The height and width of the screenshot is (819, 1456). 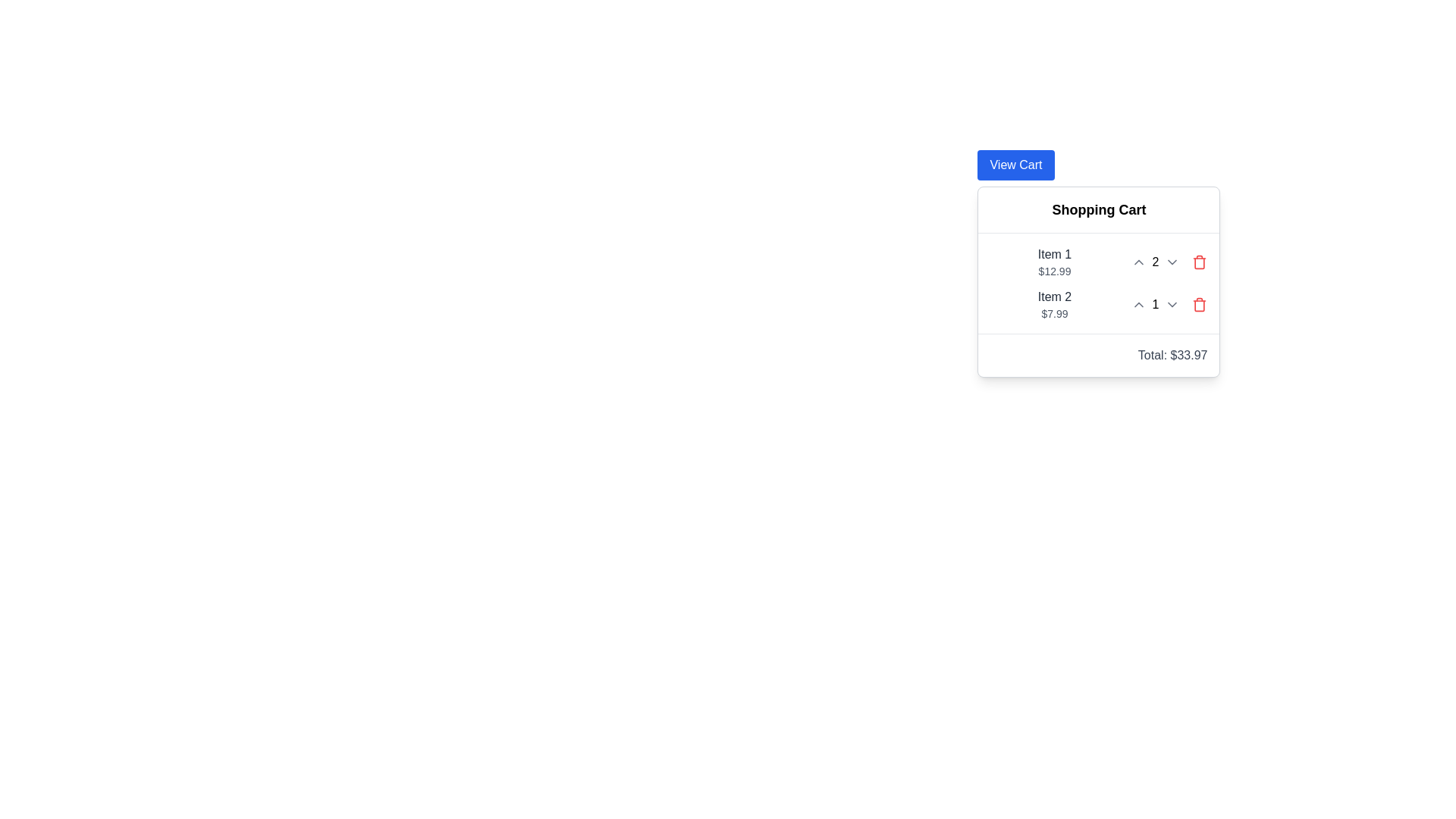 What do you see at coordinates (1099, 210) in the screenshot?
I see `bold text label 'Shopping Cart' that is centrally aligned near the upper section of the floating panel, situated below the 'View Cart' button` at bounding box center [1099, 210].